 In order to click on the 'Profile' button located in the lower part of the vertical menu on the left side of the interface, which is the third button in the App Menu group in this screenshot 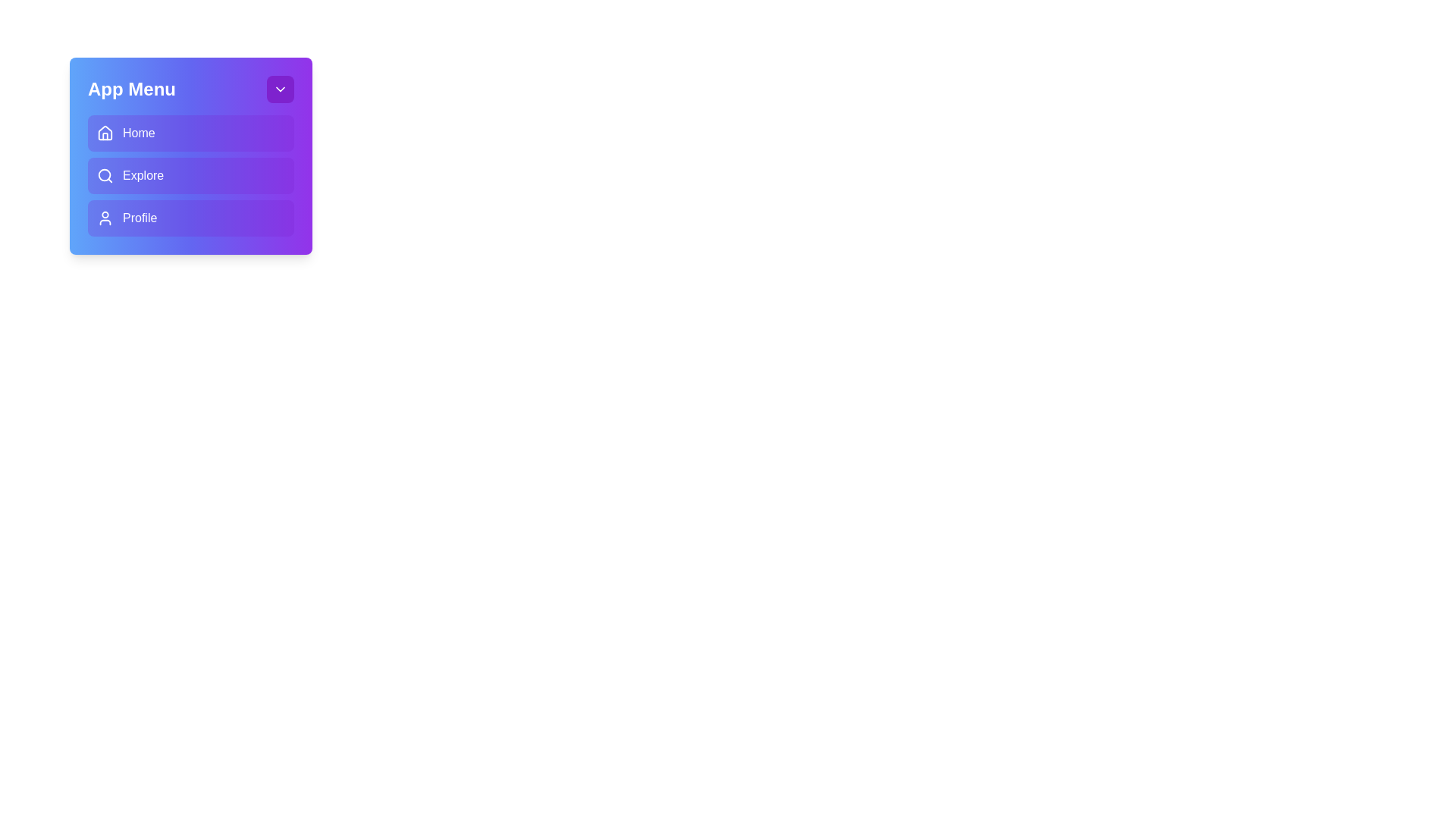, I will do `click(140, 218)`.